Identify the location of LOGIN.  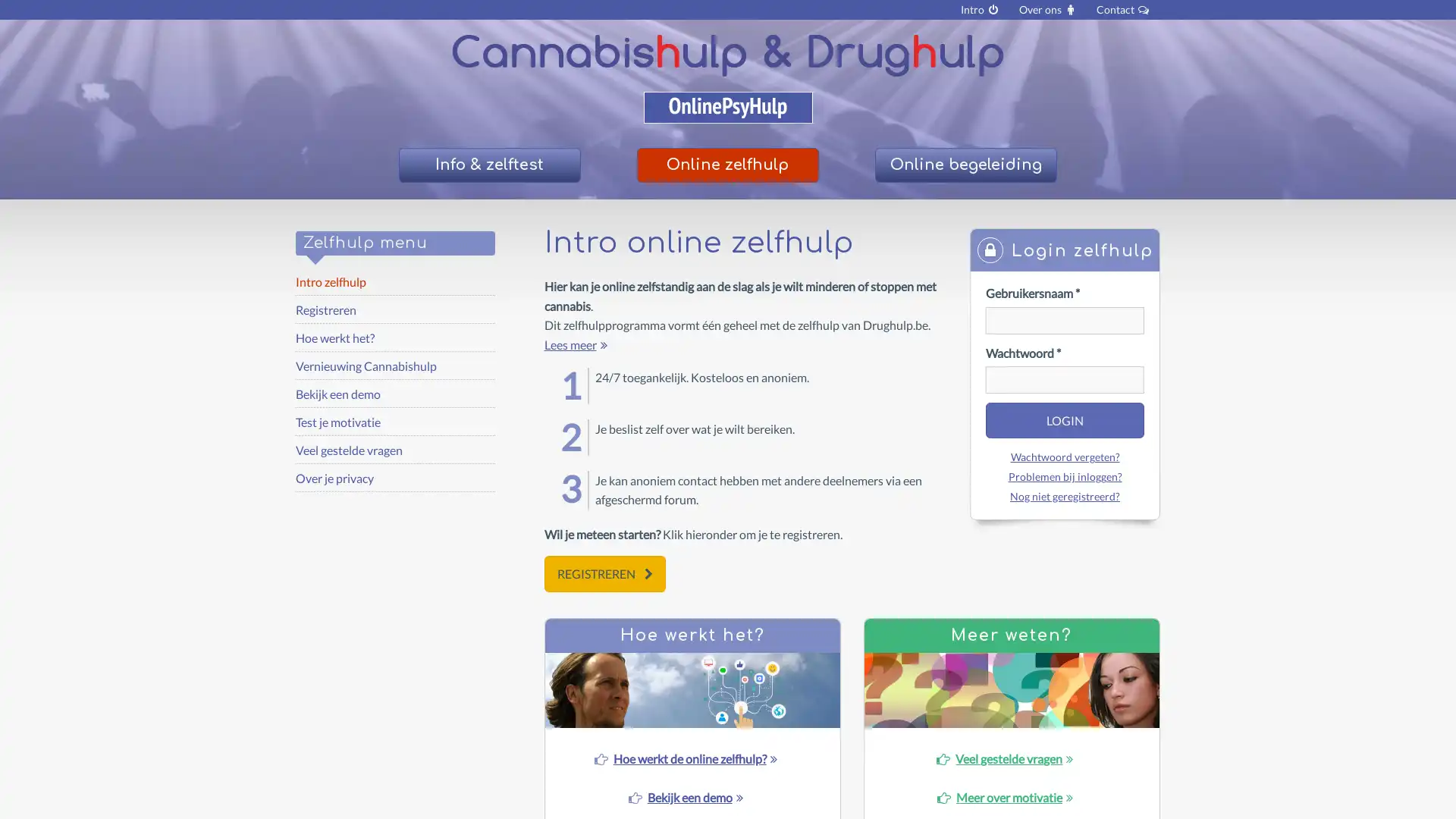
(1063, 420).